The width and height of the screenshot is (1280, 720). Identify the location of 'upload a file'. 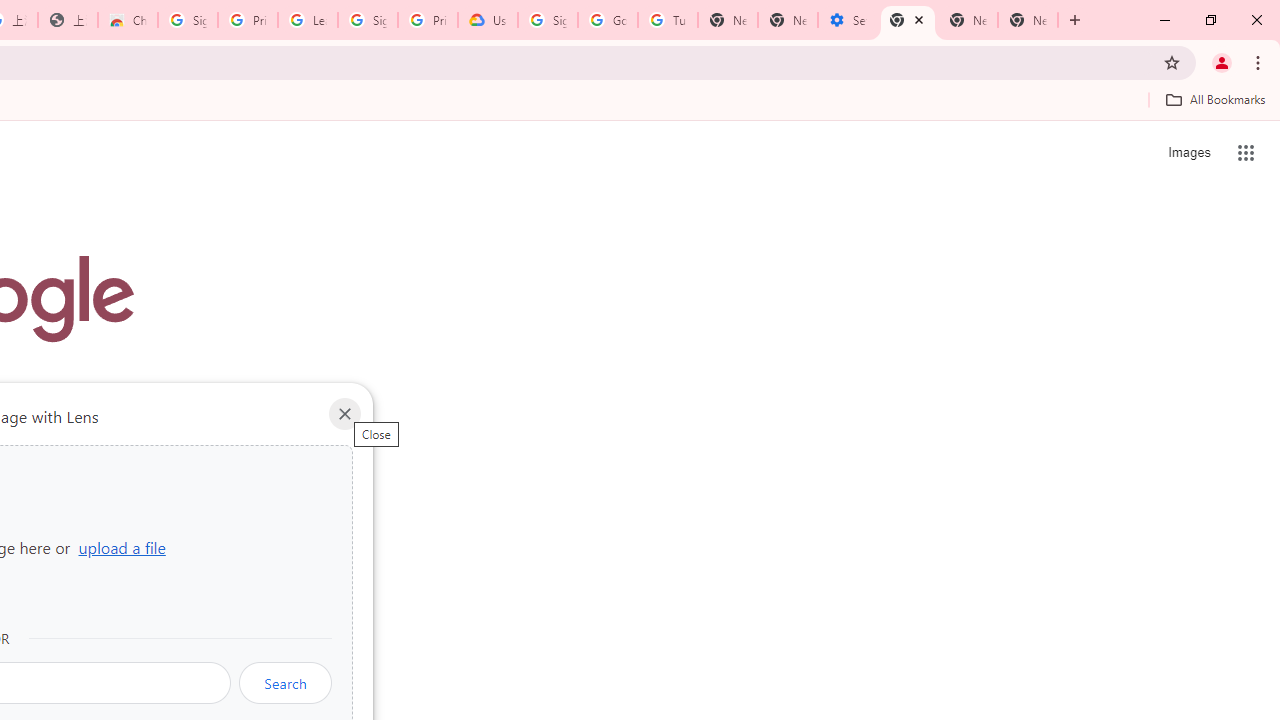
(121, 547).